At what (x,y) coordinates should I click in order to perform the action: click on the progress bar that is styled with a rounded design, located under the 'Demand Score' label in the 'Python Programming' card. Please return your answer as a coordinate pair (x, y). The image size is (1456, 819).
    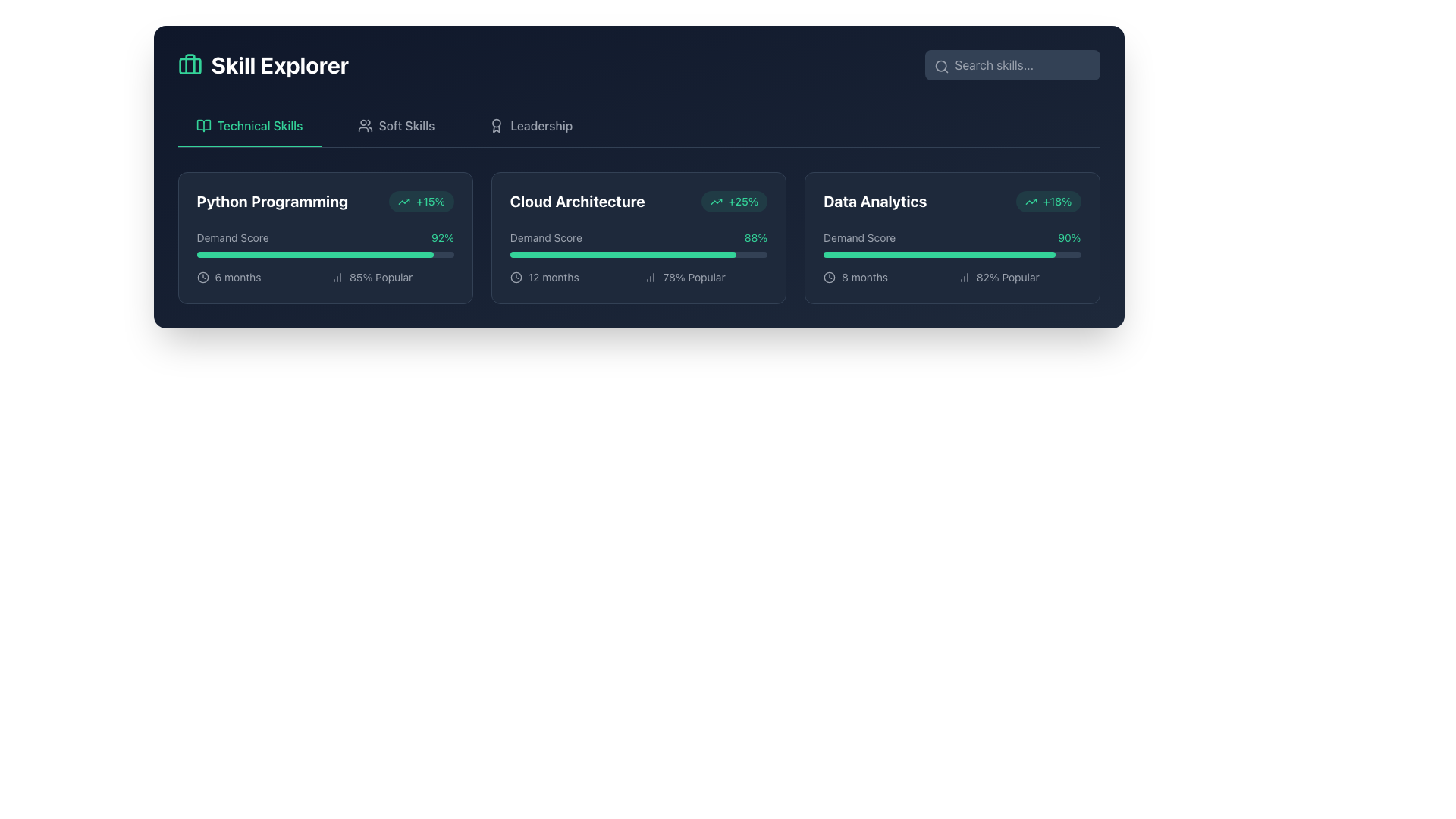
    Looking at the image, I should click on (325, 253).